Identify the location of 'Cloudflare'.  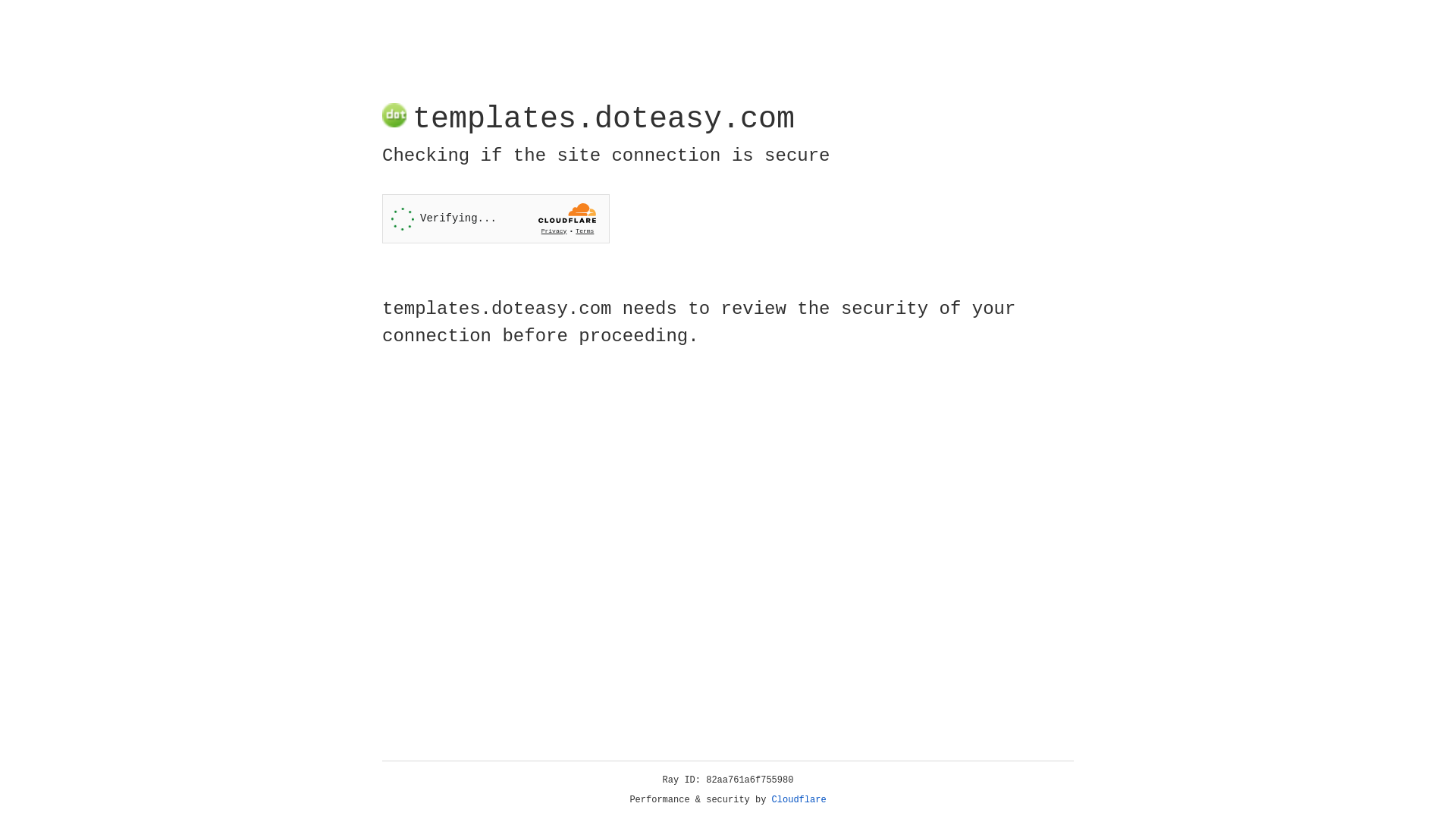
(799, 799).